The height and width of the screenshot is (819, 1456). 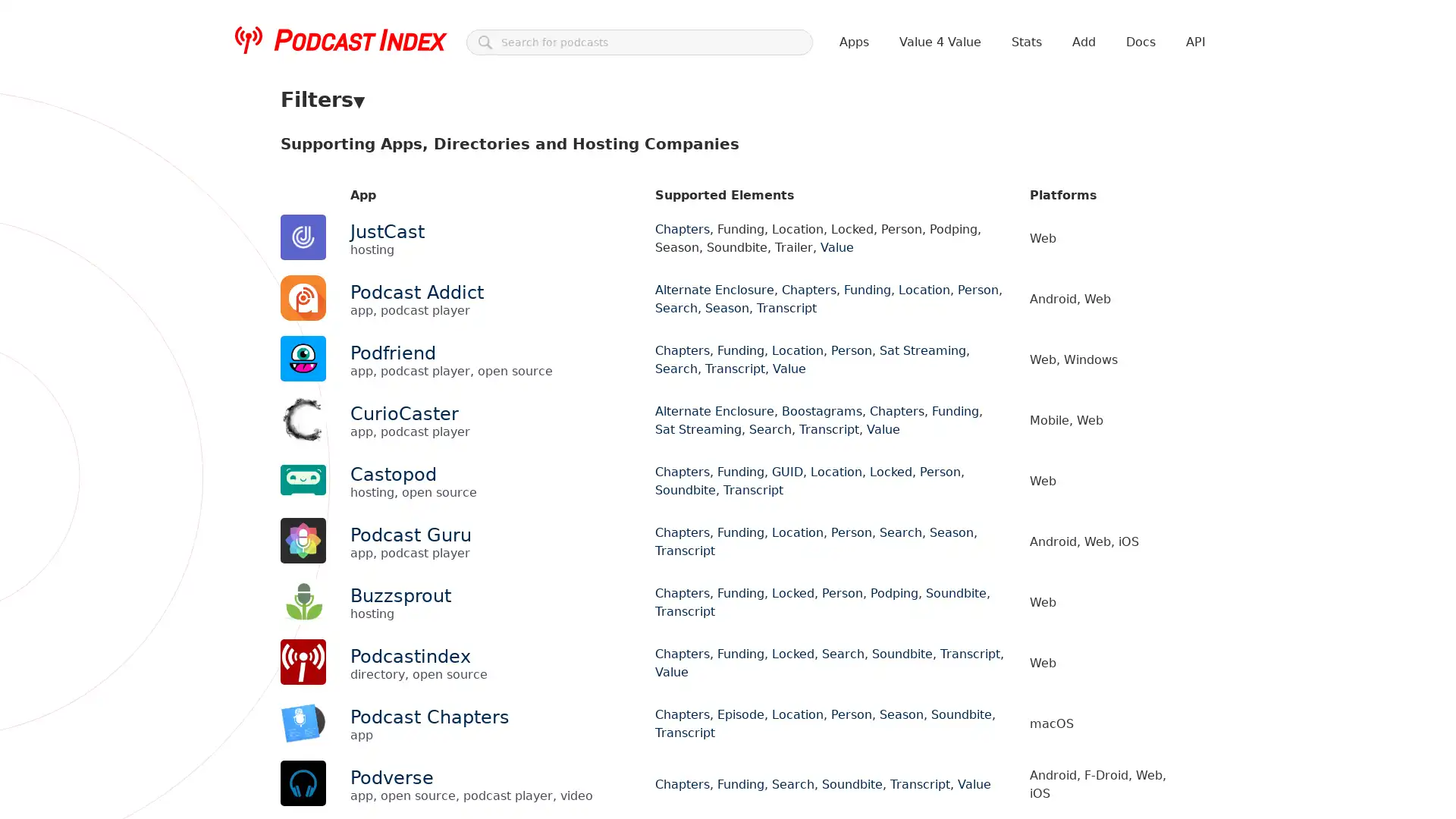 What do you see at coordinates (702, 146) in the screenshot?
I see `Node Hosting` at bounding box center [702, 146].